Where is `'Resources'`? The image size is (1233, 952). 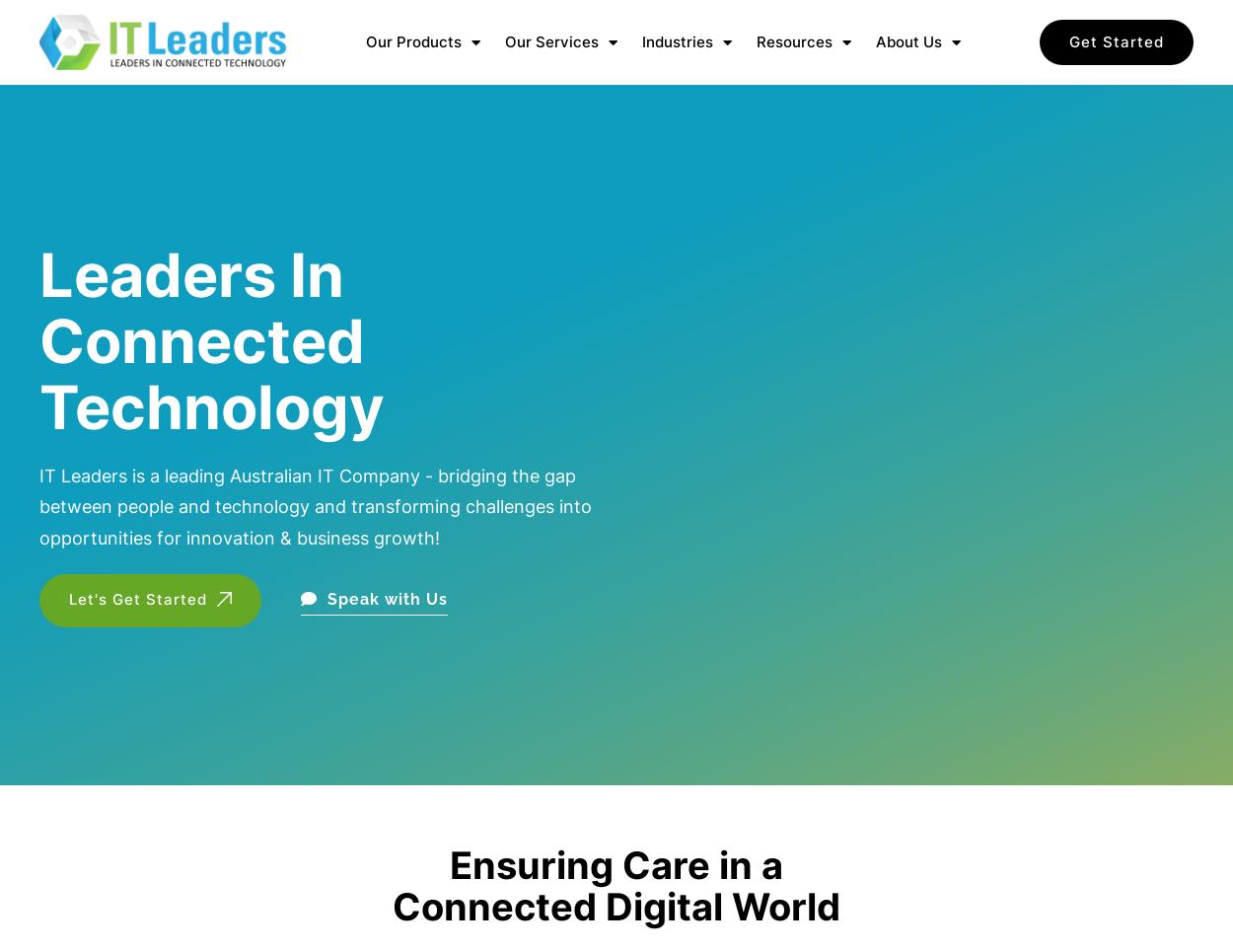
'Resources' is located at coordinates (793, 41).